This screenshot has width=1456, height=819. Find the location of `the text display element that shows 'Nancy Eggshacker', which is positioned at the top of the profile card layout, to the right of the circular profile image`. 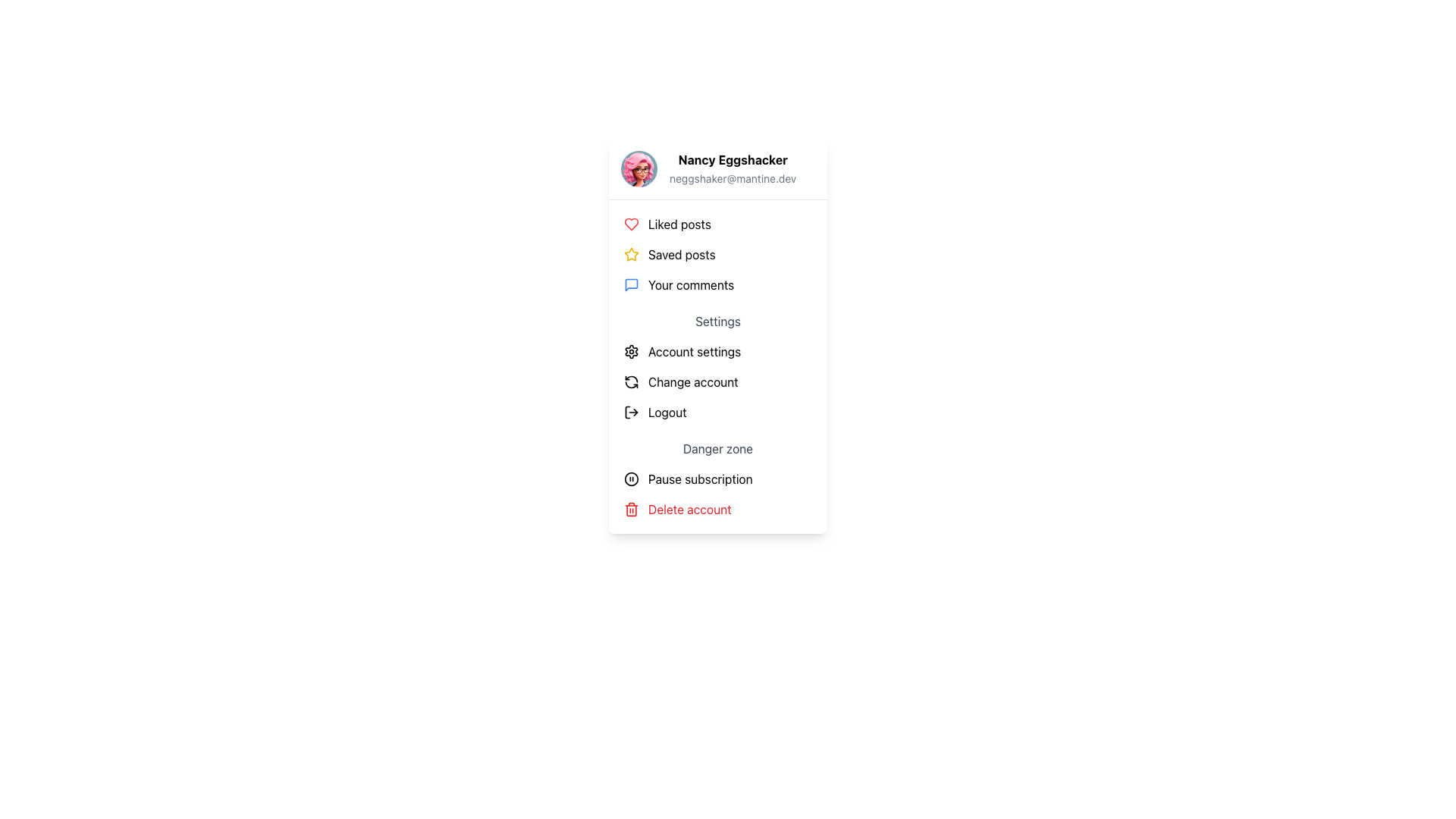

the text display element that shows 'Nancy Eggshacker', which is positioned at the top of the profile card layout, to the right of the circular profile image is located at coordinates (733, 160).